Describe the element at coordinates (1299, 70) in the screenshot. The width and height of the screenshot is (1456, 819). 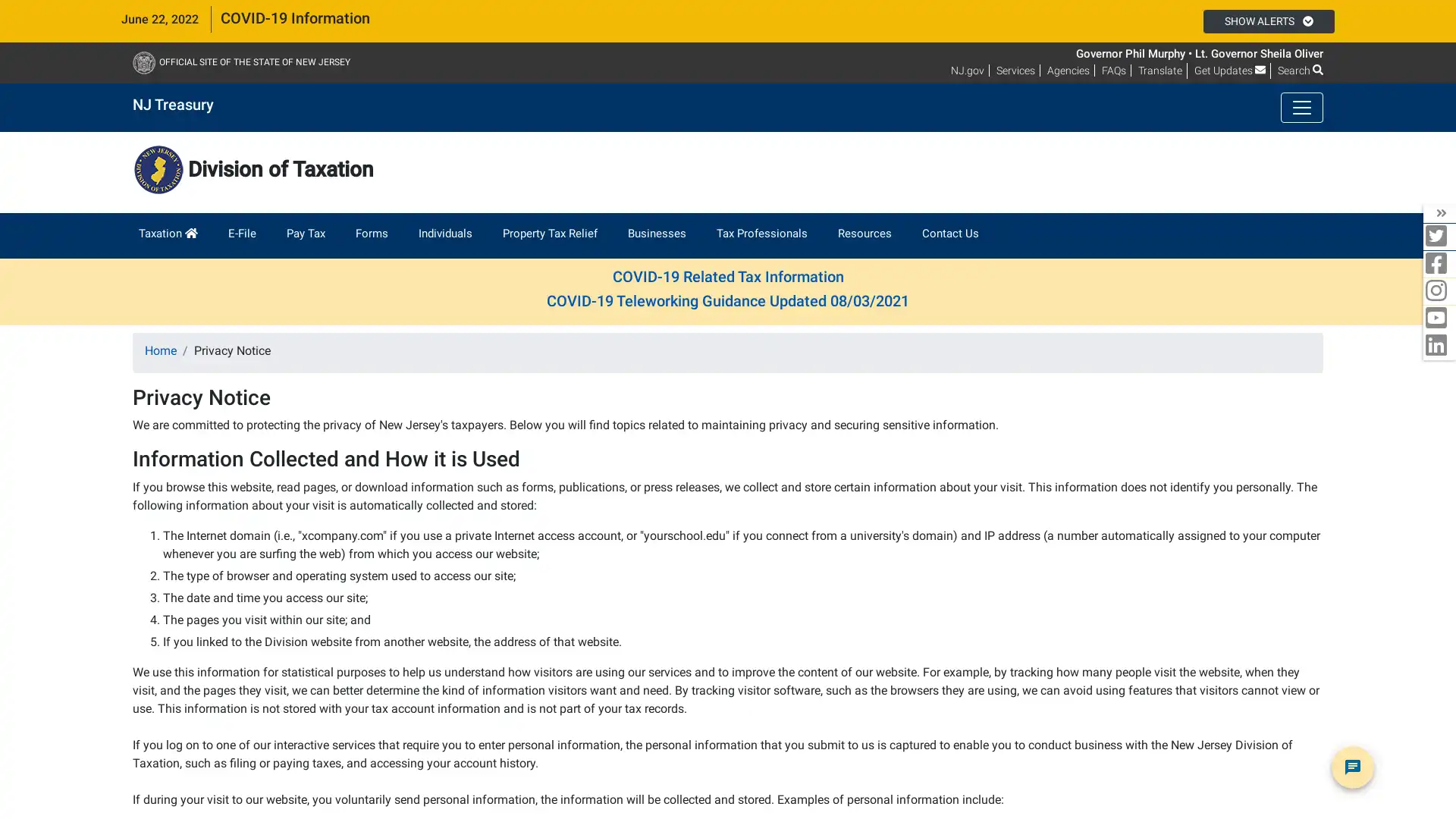
I see `Search` at that location.